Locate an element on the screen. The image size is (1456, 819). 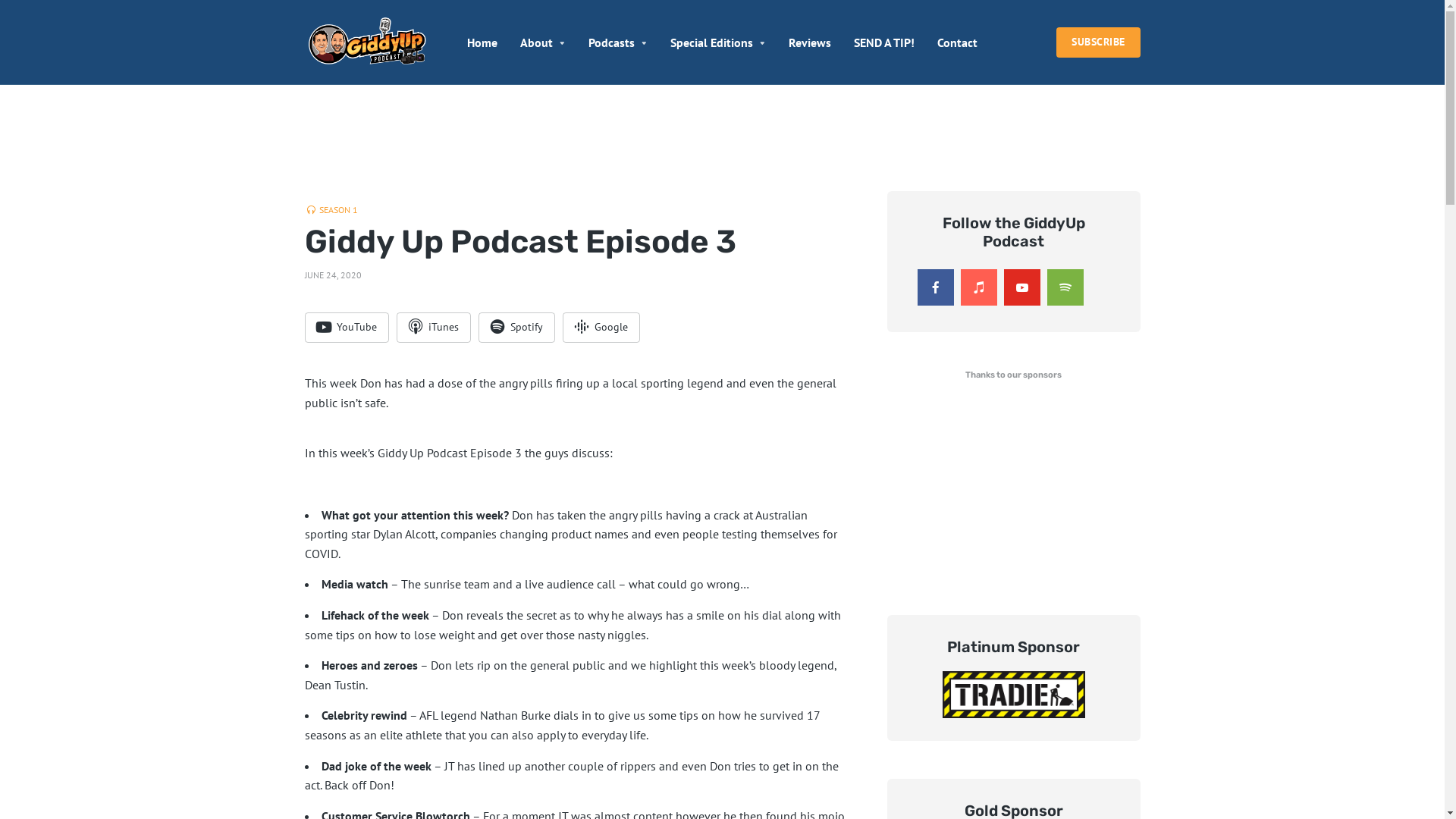
'Podcasts' is located at coordinates (588, 42).